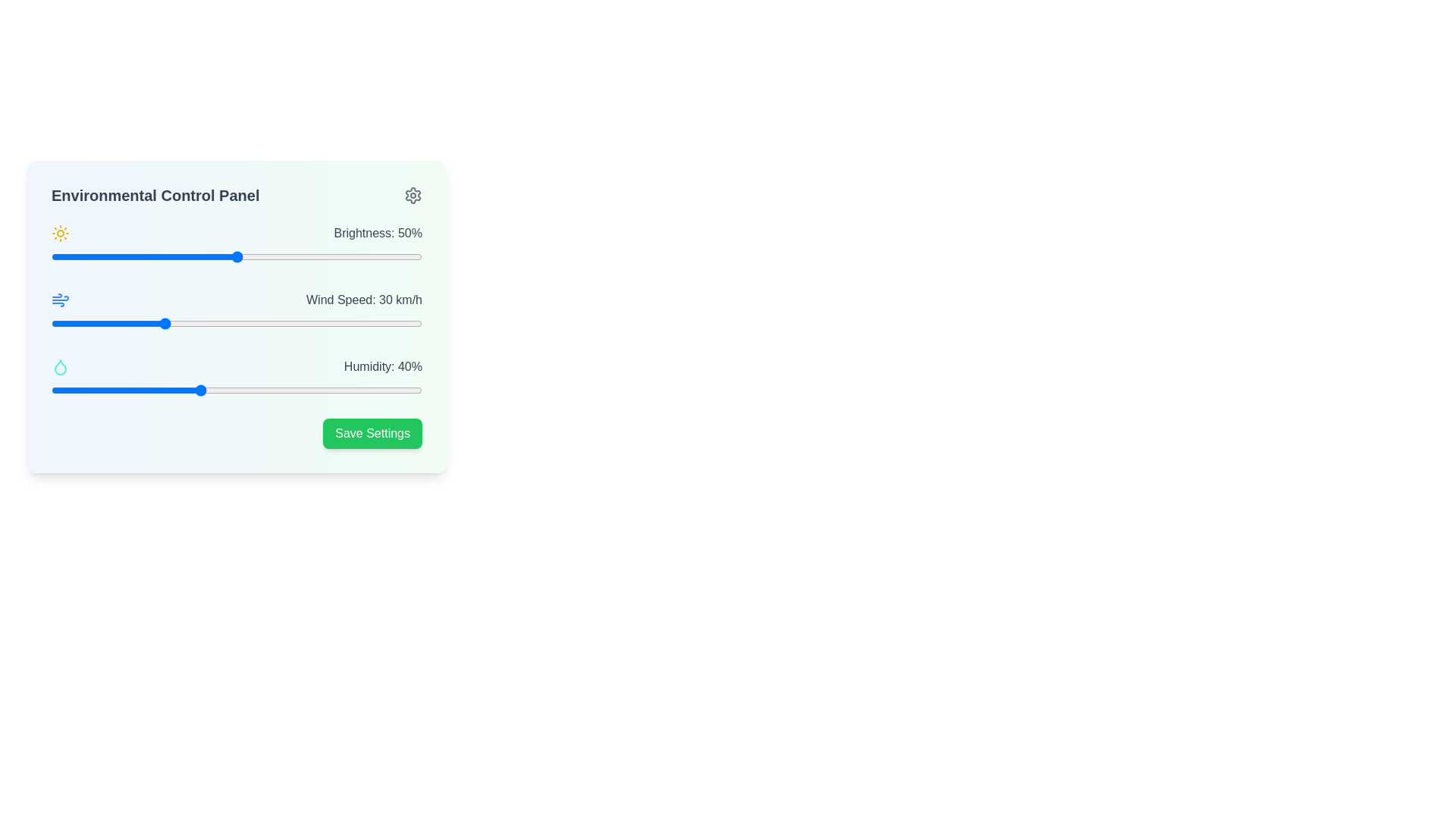 The image size is (1456, 819). What do you see at coordinates (236, 245) in the screenshot?
I see `the label displaying 'Brightness: 50%' which is styled in gray and positioned above the brightness adjustment slider in the environmental control panel` at bounding box center [236, 245].